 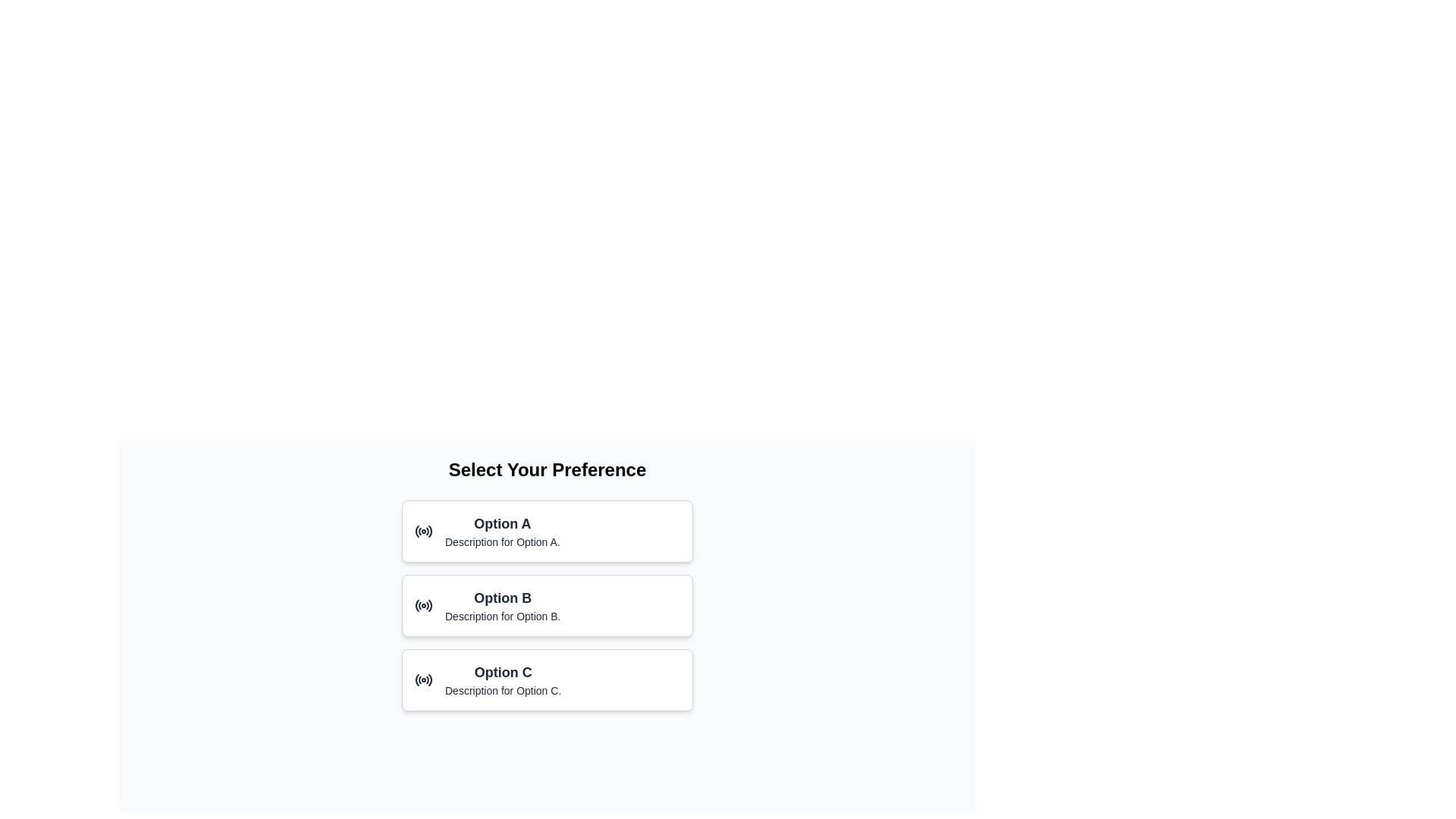 What do you see at coordinates (503, 617) in the screenshot?
I see `the static text that provides additional information about 'Option B' located below the title in the 'Select Your Preference' interface` at bounding box center [503, 617].